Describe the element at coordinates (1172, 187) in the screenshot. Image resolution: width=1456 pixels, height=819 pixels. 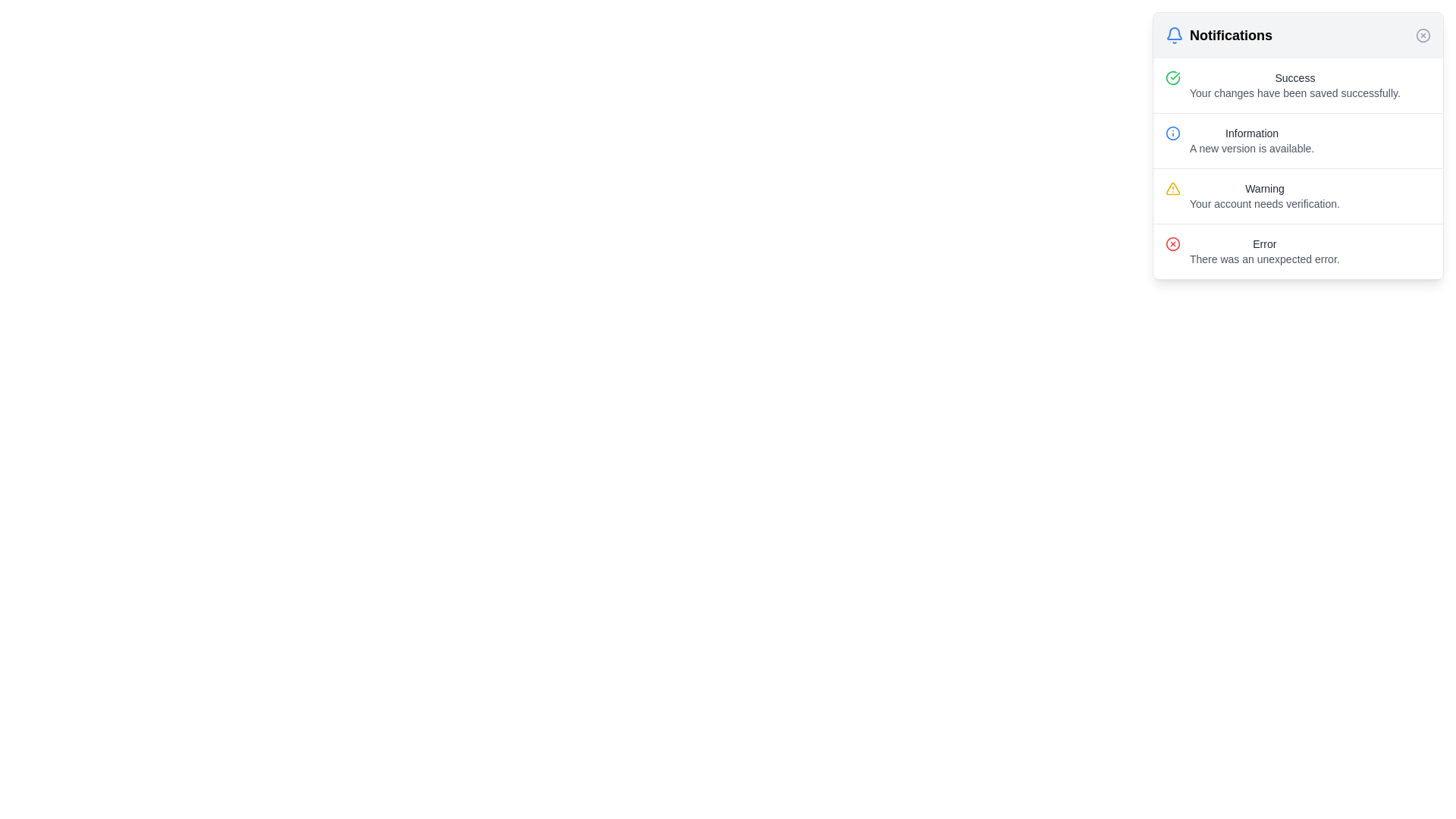
I see `the triangular warning icon in the notification panel` at that location.